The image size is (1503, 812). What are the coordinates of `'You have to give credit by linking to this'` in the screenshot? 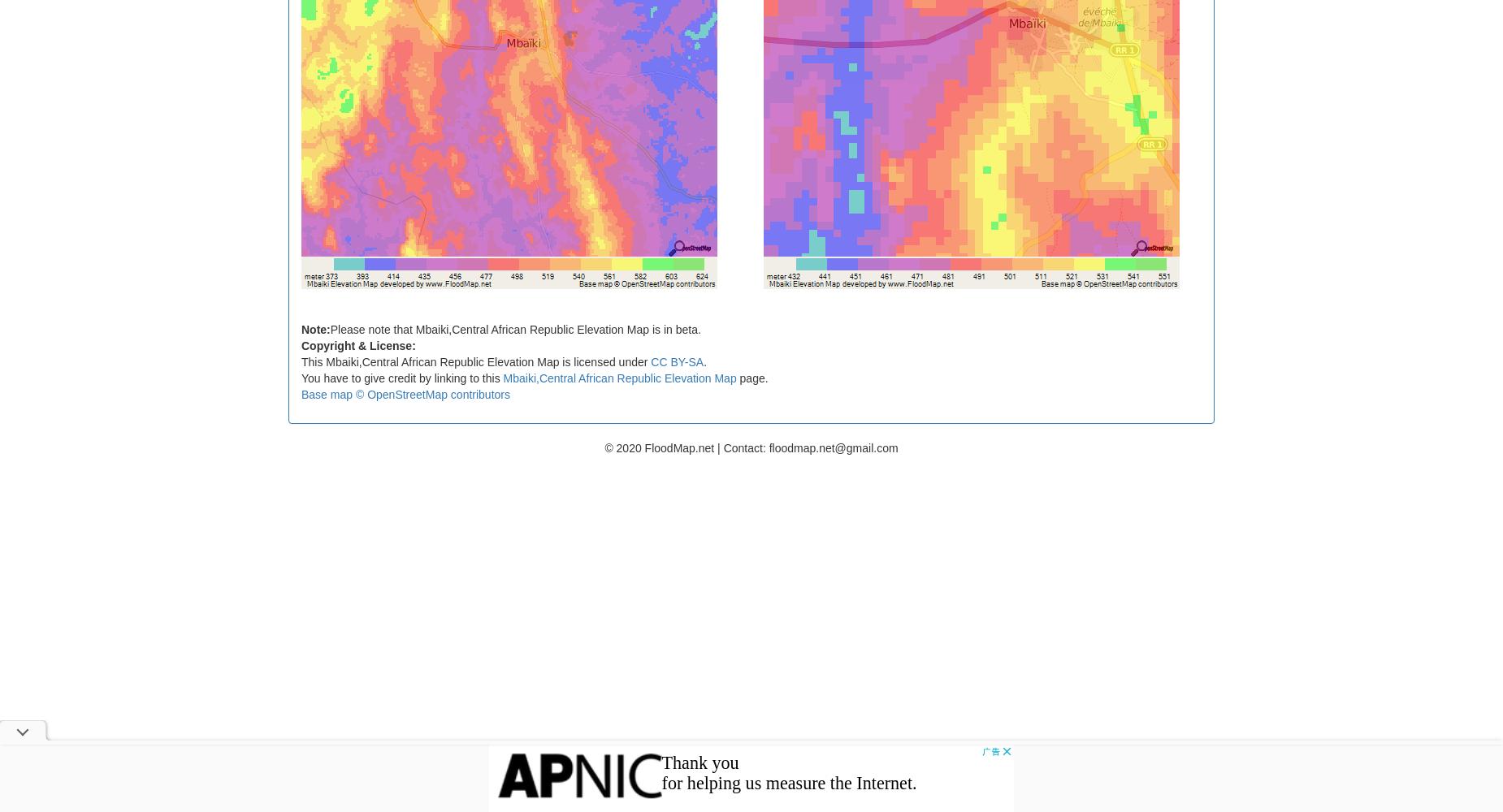 It's located at (402, 377).